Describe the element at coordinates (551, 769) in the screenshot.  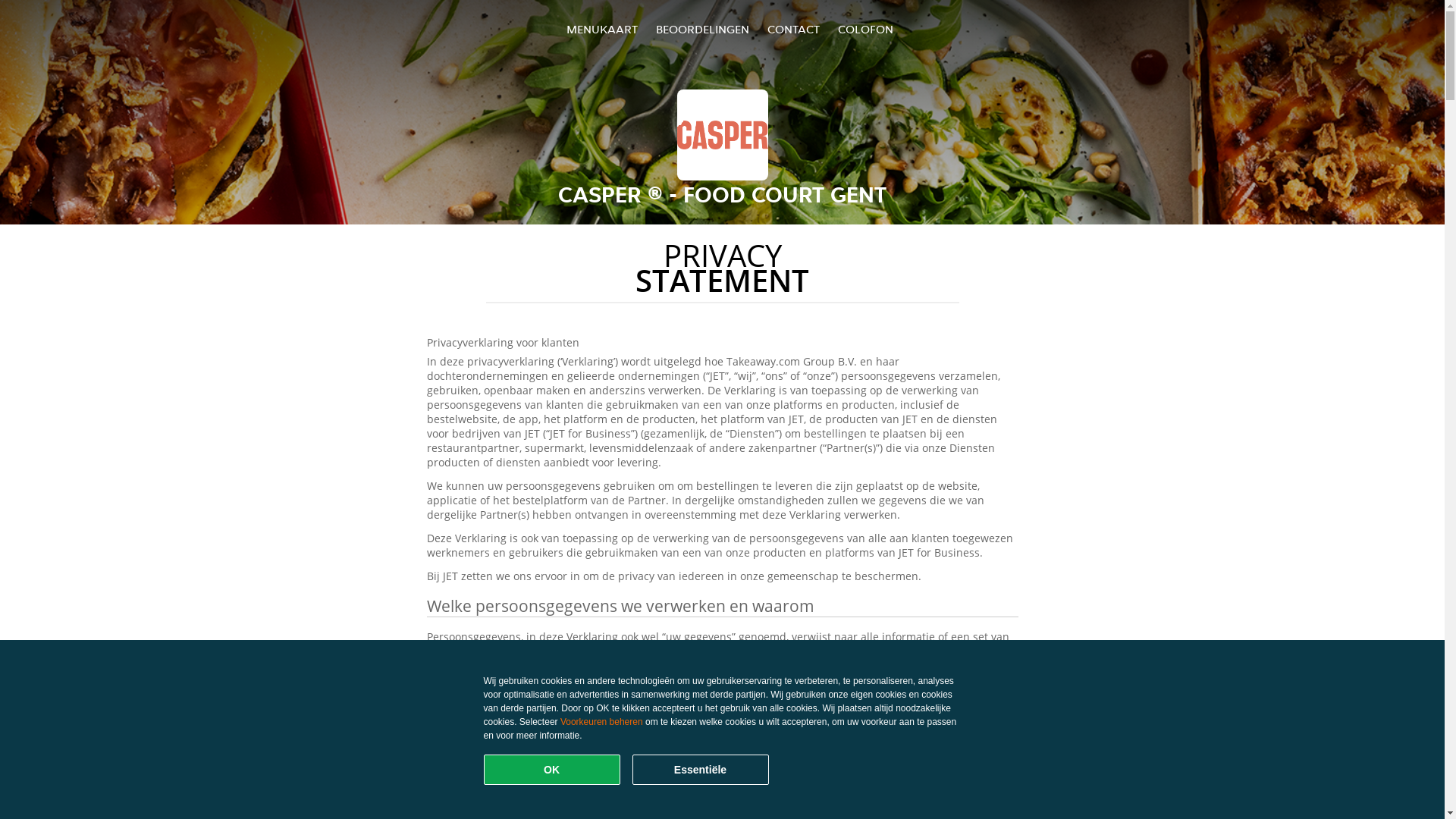
I see `'OK'` at that location.